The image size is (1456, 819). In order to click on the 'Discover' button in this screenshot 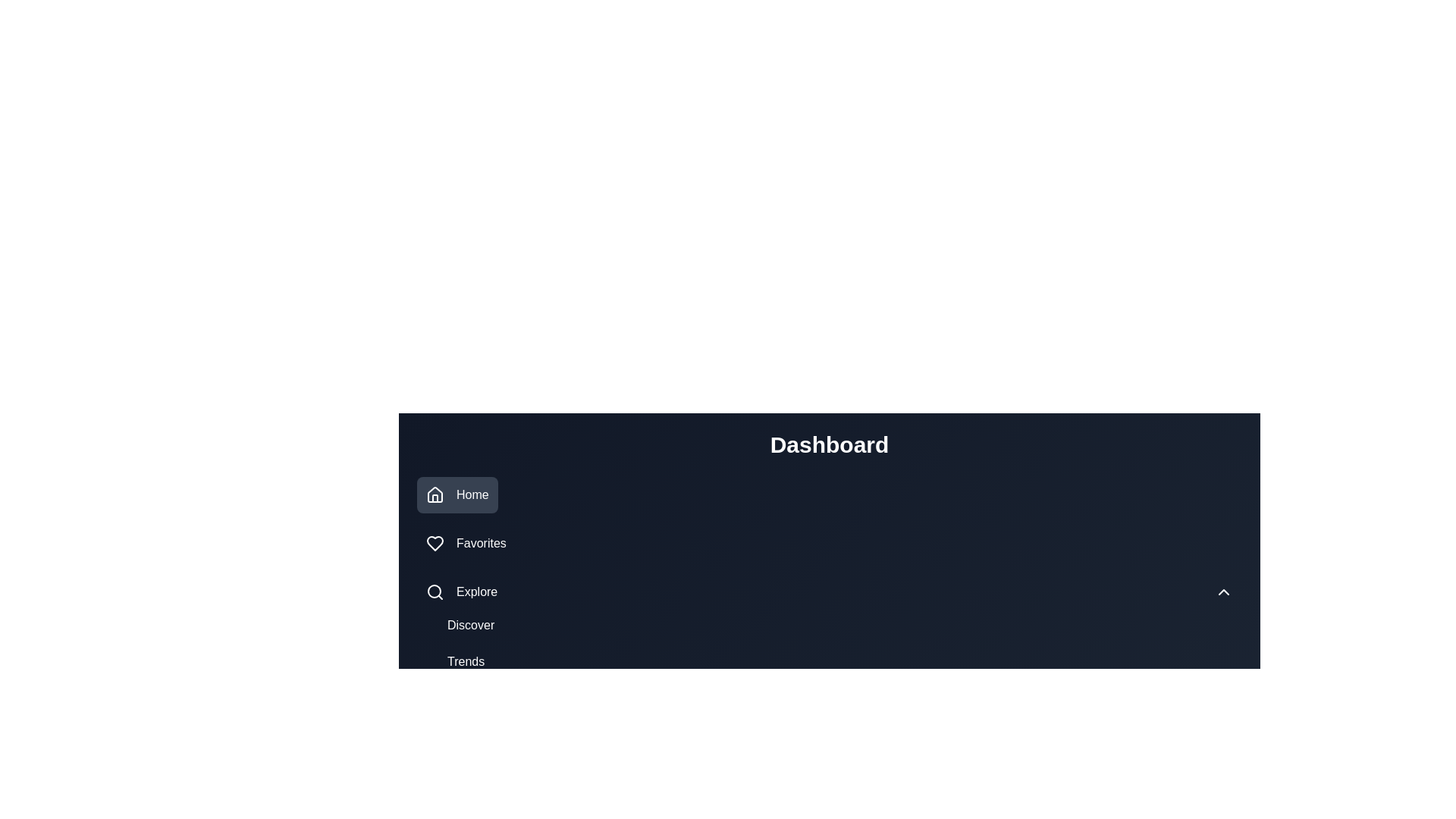, I will do `click(470, 626)`.